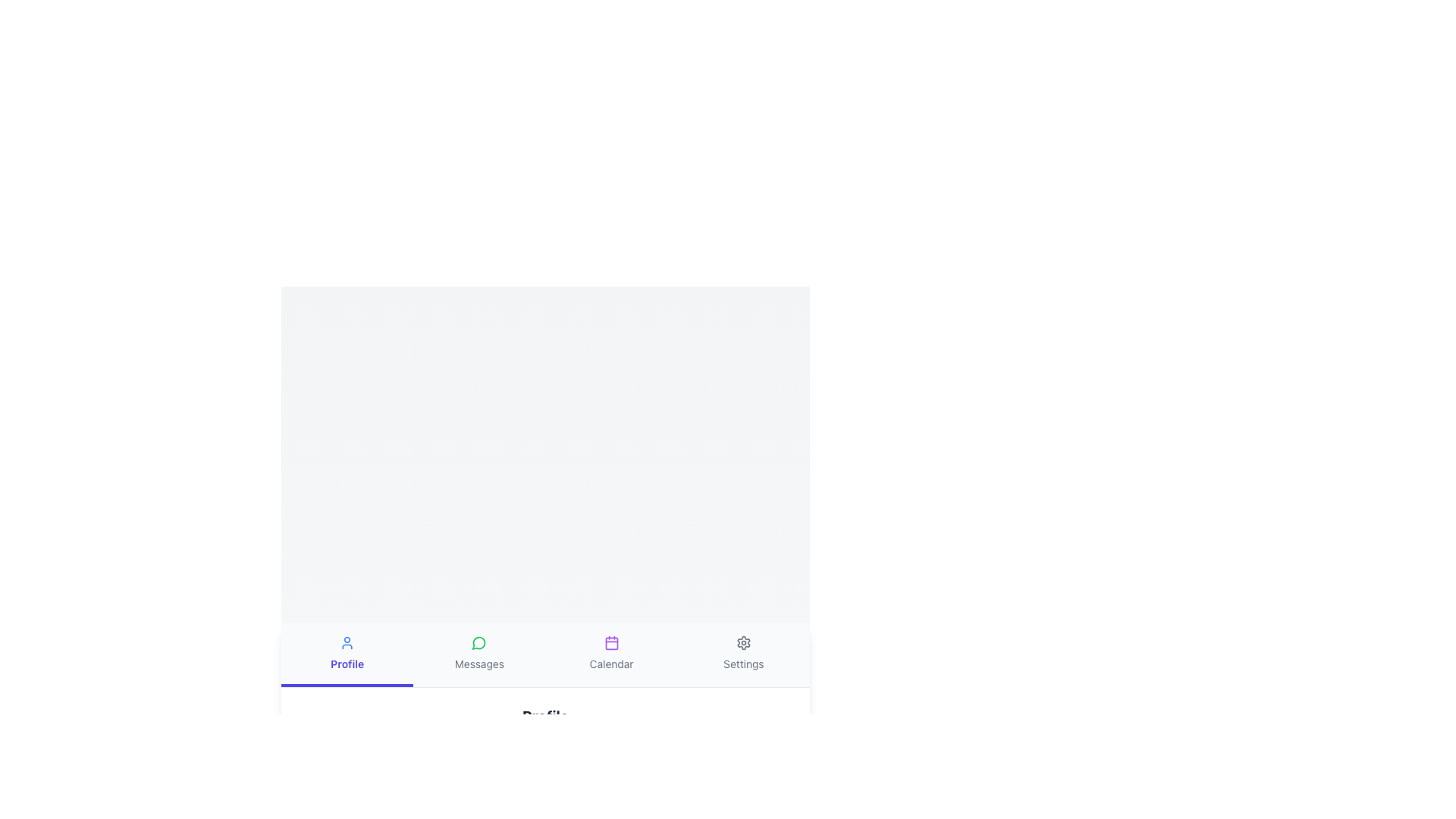  What do you see at coordinates (347, 654) in the screenshot?
I see `the navigation button located in the bottom navigation bar` at bounding box center [347, 654].